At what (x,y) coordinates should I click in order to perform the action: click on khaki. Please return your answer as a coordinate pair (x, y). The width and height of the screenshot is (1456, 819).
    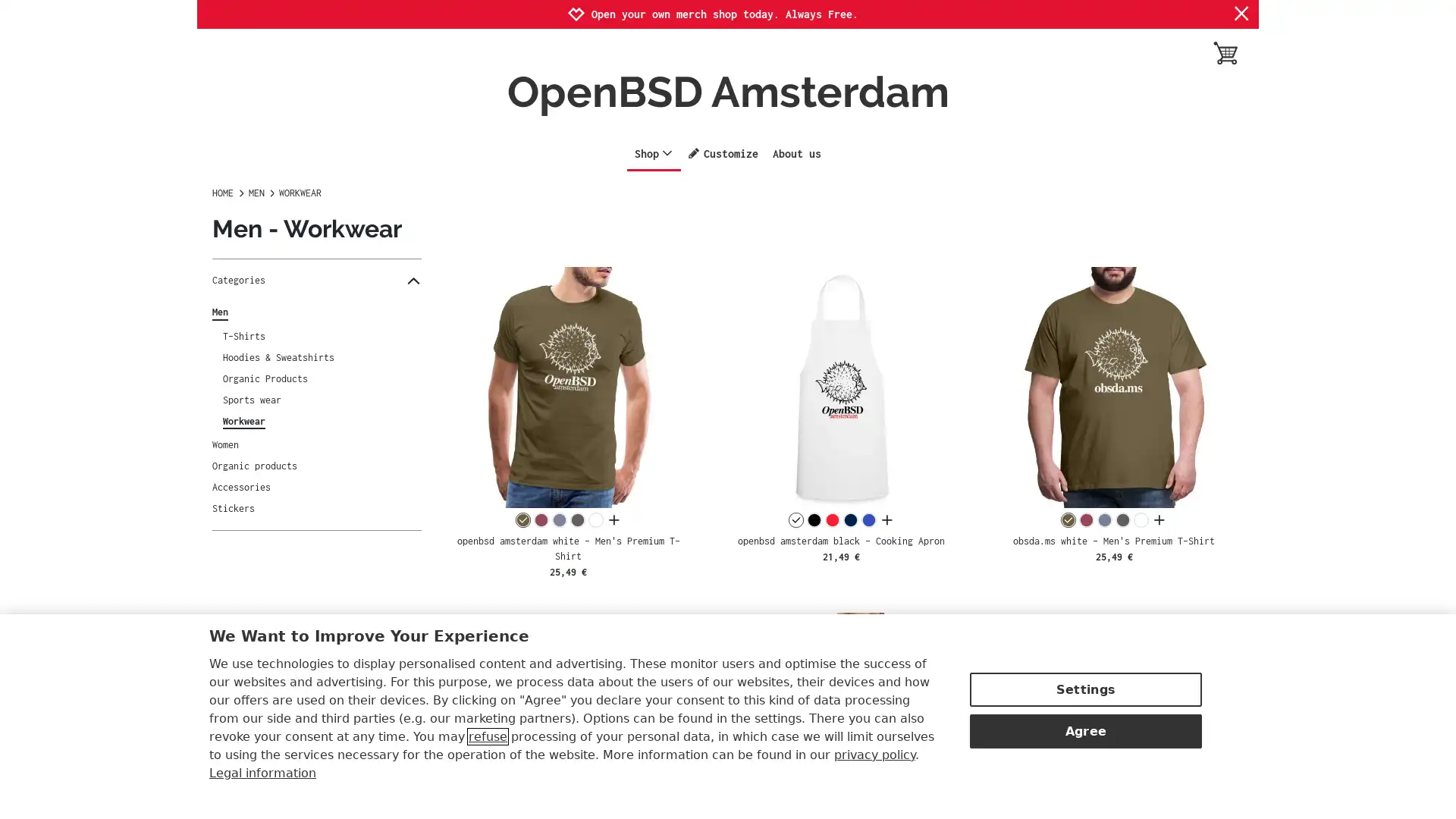
    Looking at the image, I should click on (1068, 519).